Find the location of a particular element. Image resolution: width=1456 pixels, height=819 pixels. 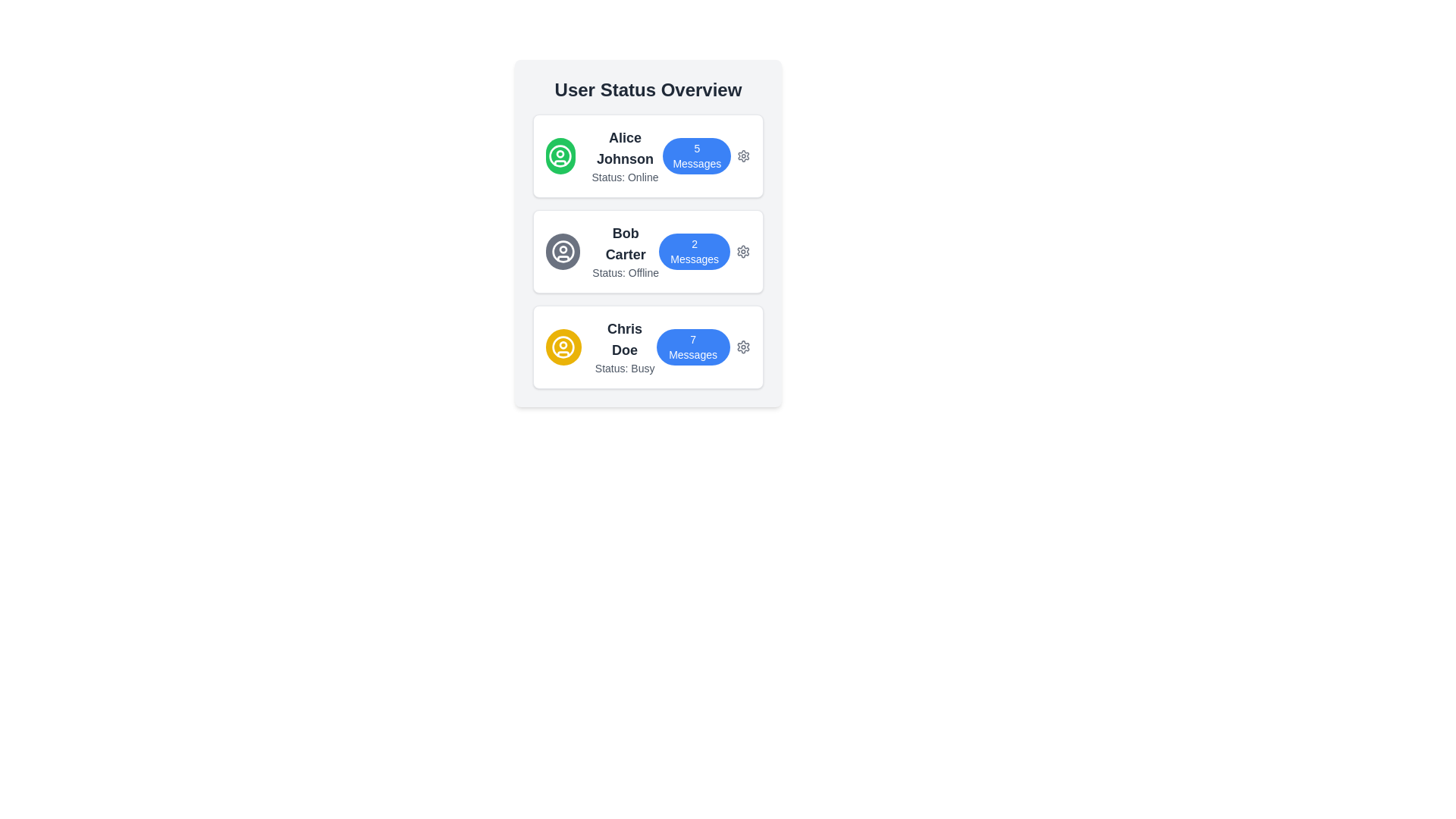

the settings icon located to the far right of the 'Bob Carter' user information row is located at coordinates (743, 250).